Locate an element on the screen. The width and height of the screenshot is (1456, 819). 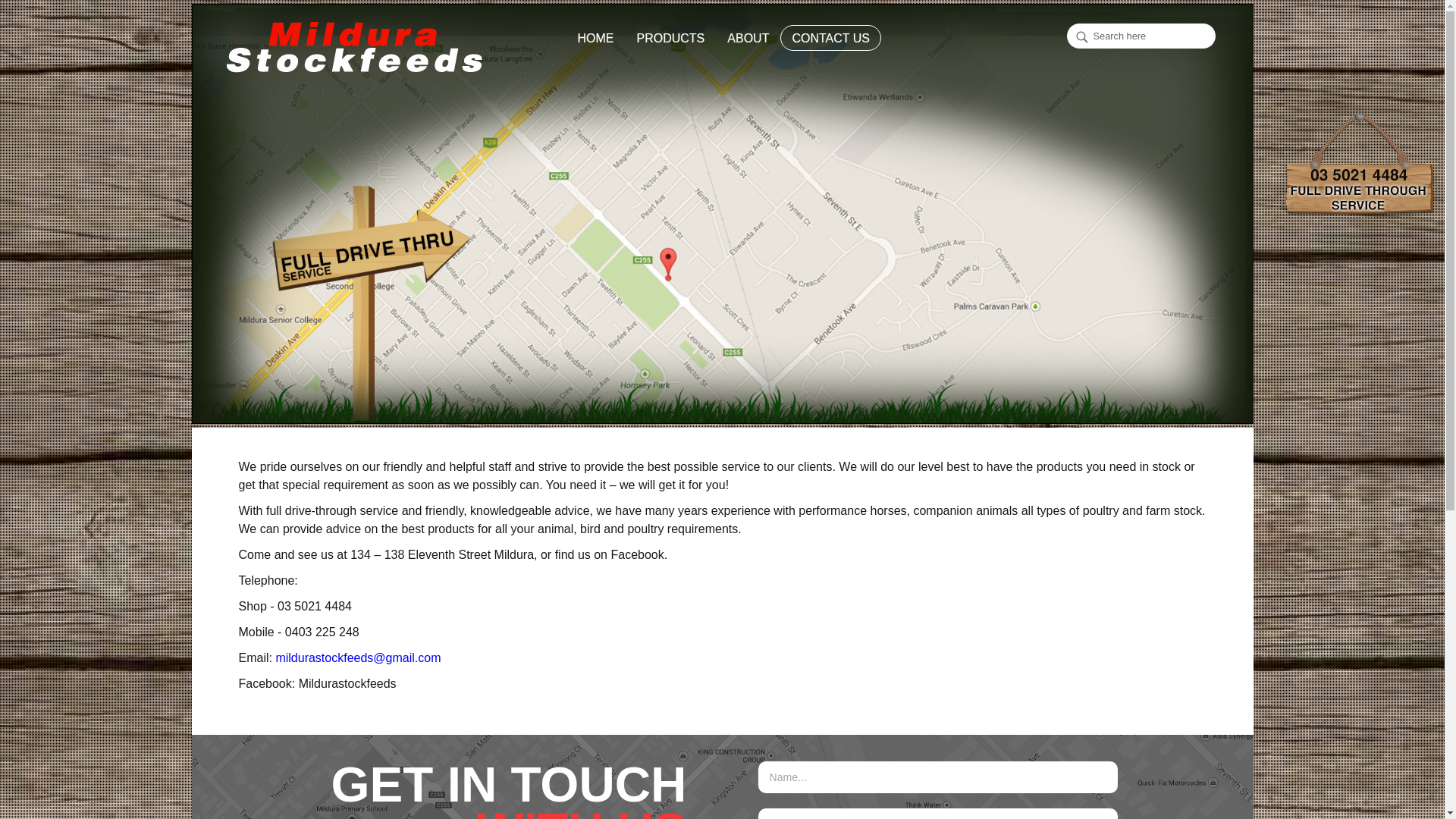
'ABOUT' is located at coordinates (726, 37).